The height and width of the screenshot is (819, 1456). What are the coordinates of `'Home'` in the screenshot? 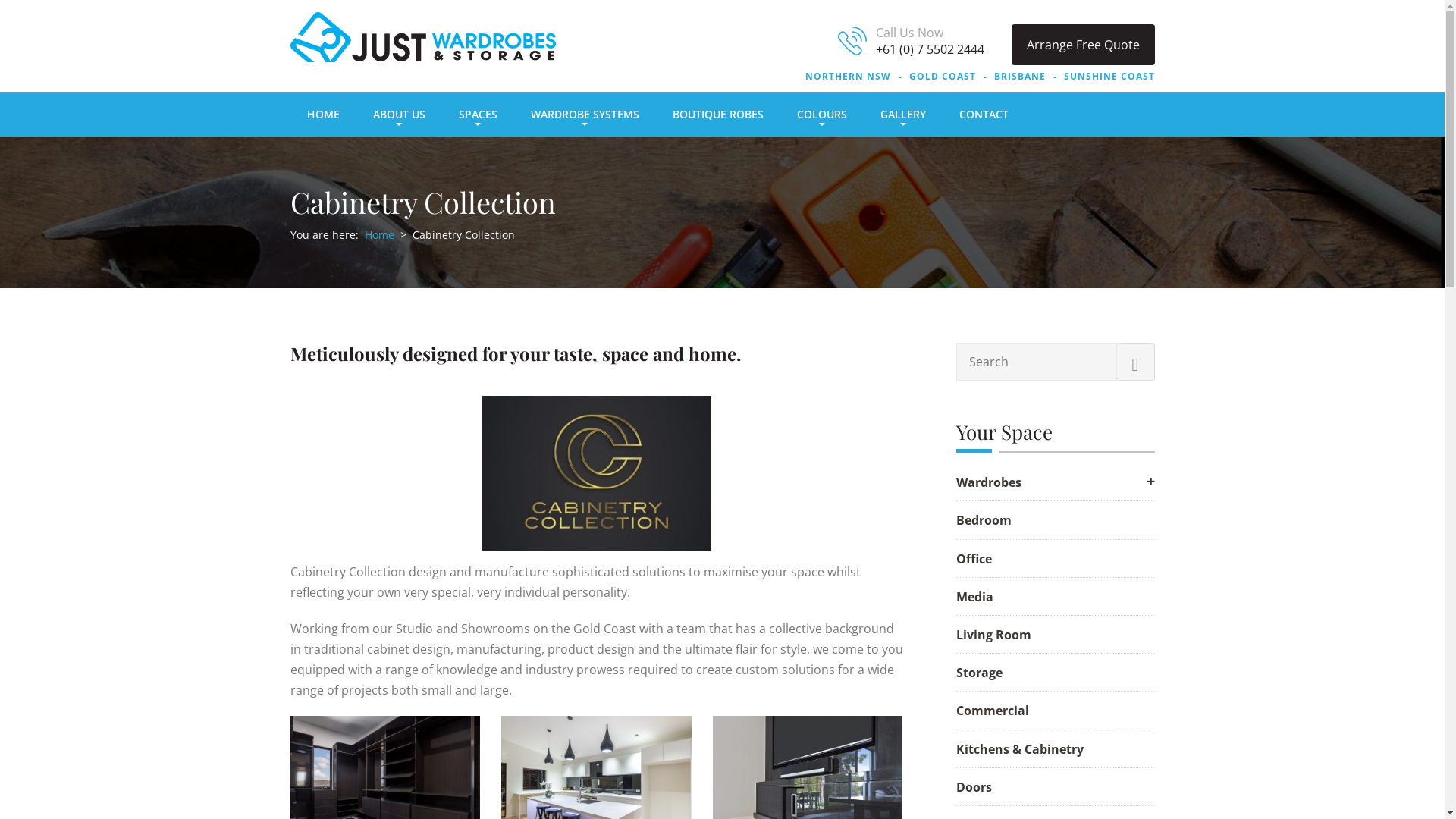 It's located at (378, 234).